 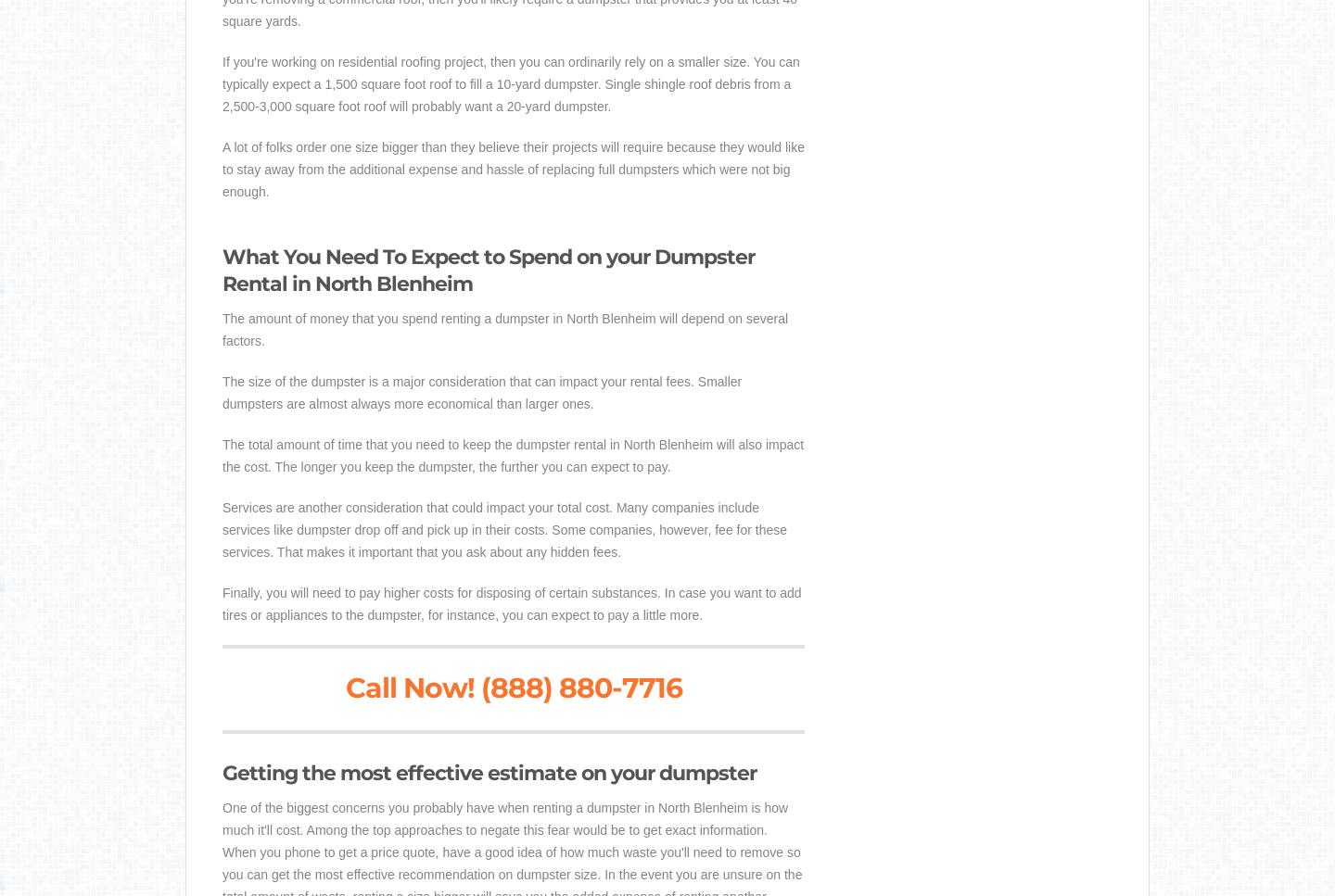 I want to click on 'The size of the dumpster is a major consideration that can impact your rental fees. Smaller dumpsters are almost always more economical than larger ones.', so click(x=480, y=392).